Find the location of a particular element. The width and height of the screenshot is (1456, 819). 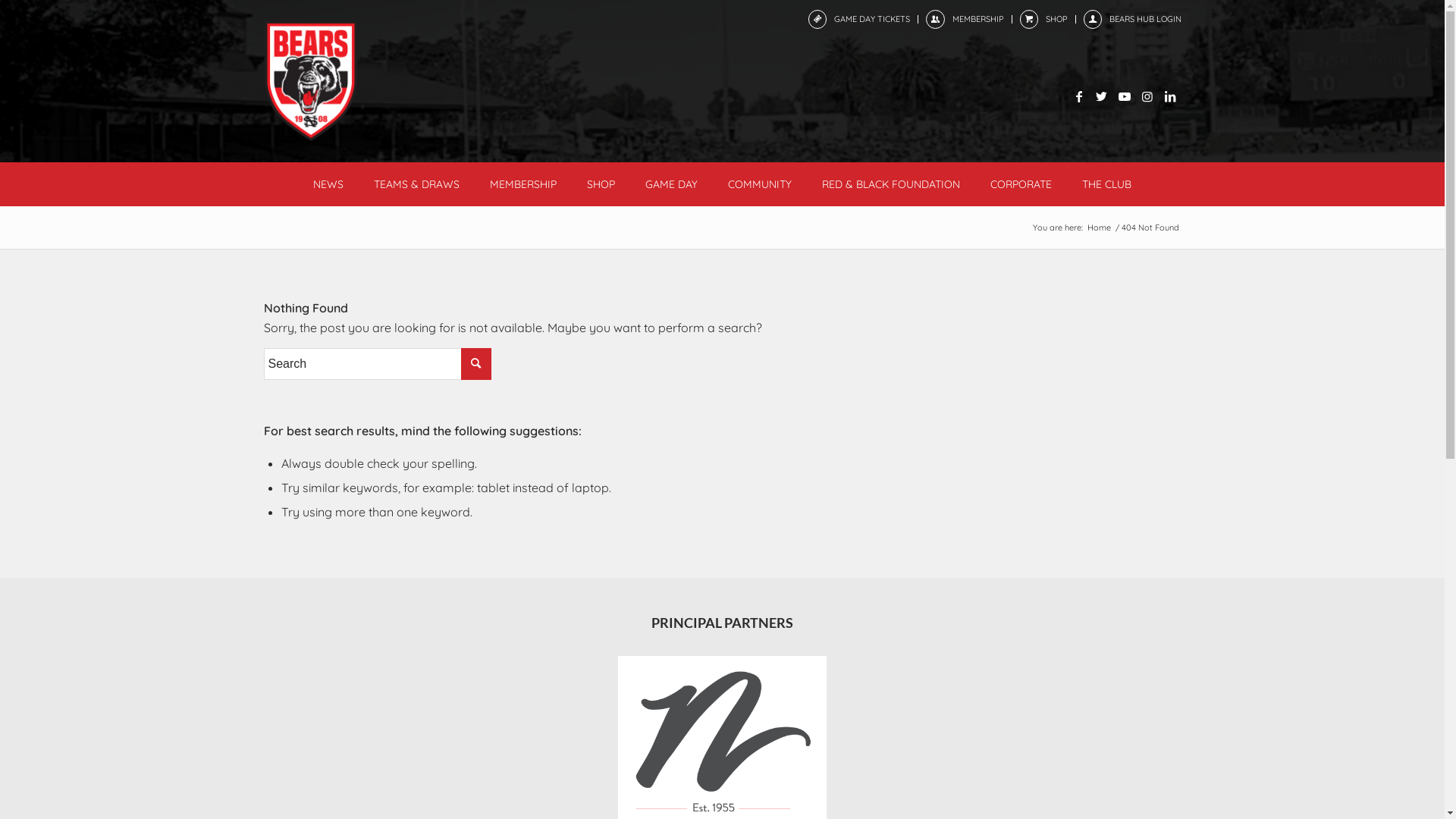

'GAME DAY TICKETS' is located at coordinates (833, 18).